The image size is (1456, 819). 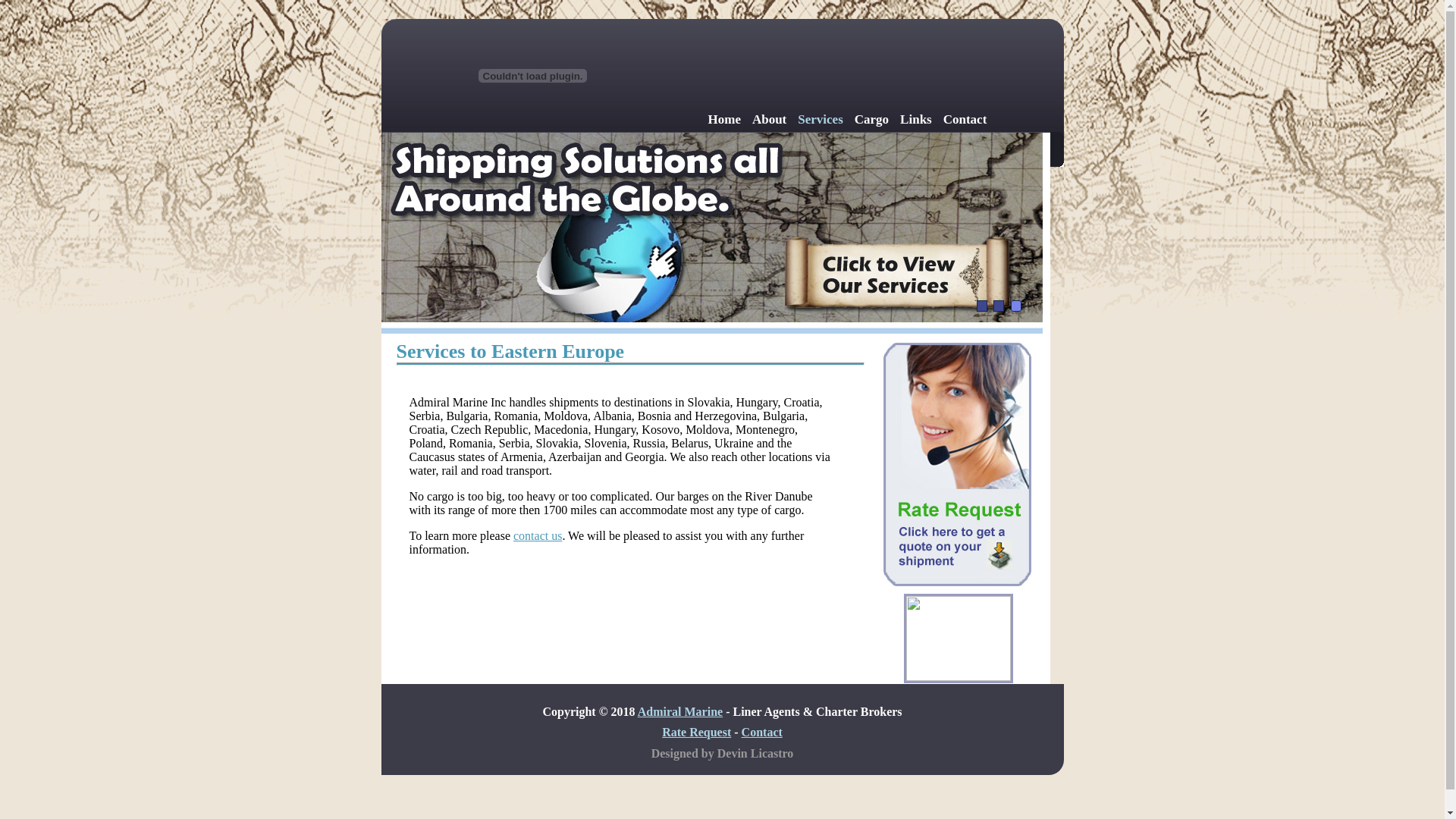 I want to click on 'Admiral Marine', so click(x=637, y=711).